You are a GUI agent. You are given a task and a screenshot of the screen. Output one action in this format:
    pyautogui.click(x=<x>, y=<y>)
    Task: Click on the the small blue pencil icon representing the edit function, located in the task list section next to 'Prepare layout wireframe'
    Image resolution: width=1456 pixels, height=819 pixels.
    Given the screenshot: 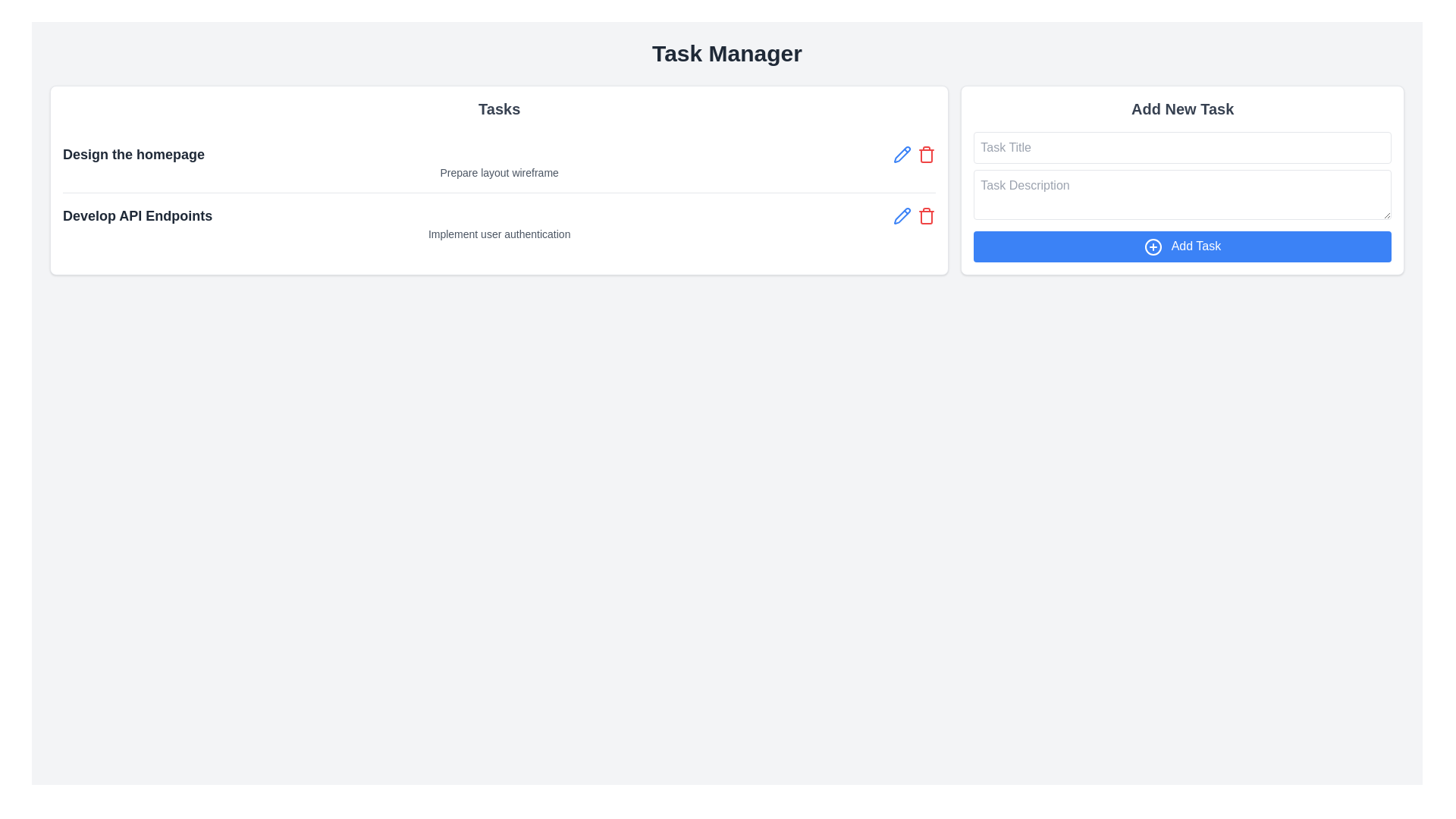 What is the action you would take?
    pyautogui.click(x=902, y=155)
    